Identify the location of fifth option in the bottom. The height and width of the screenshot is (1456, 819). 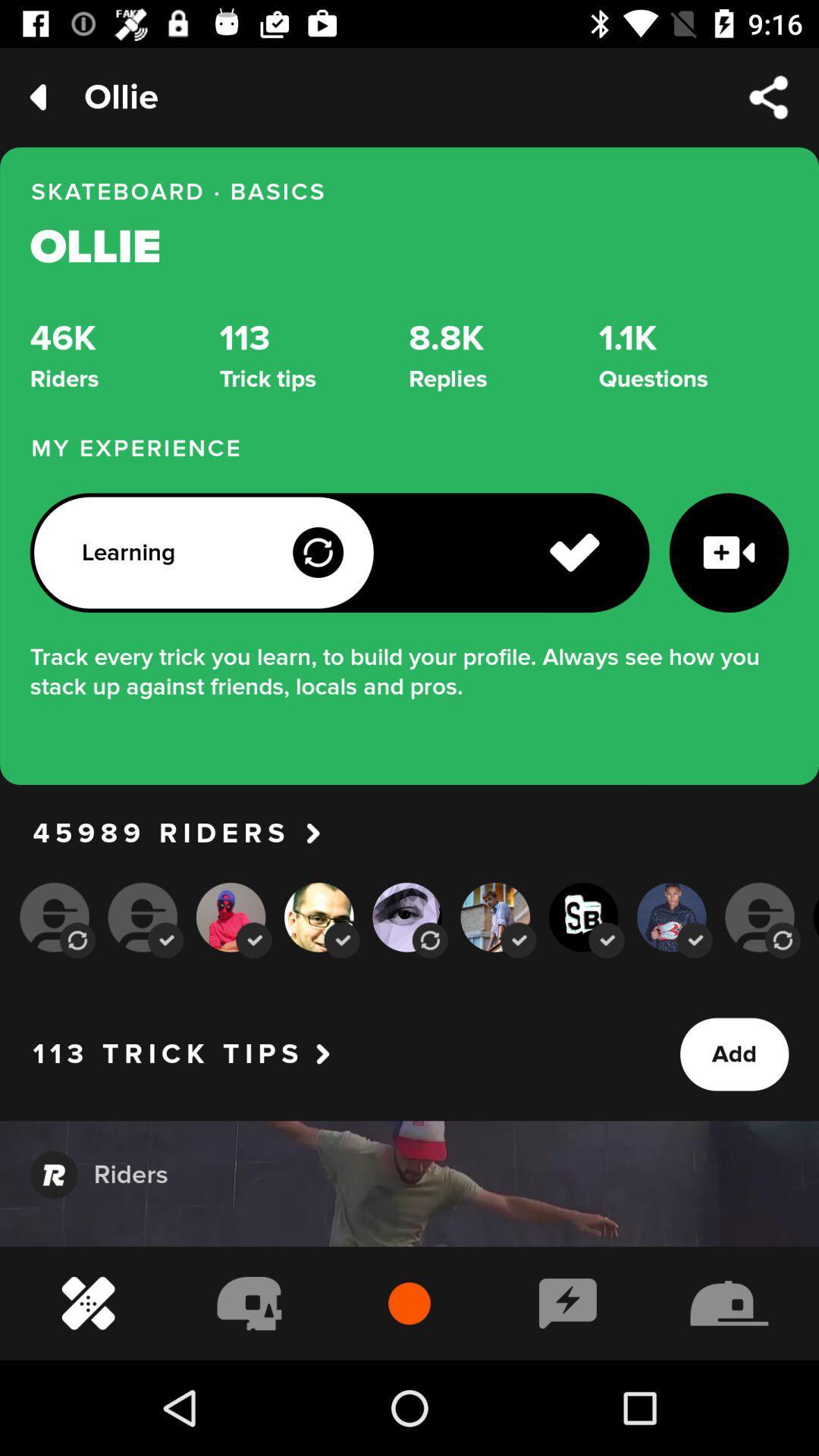
(430, 940).